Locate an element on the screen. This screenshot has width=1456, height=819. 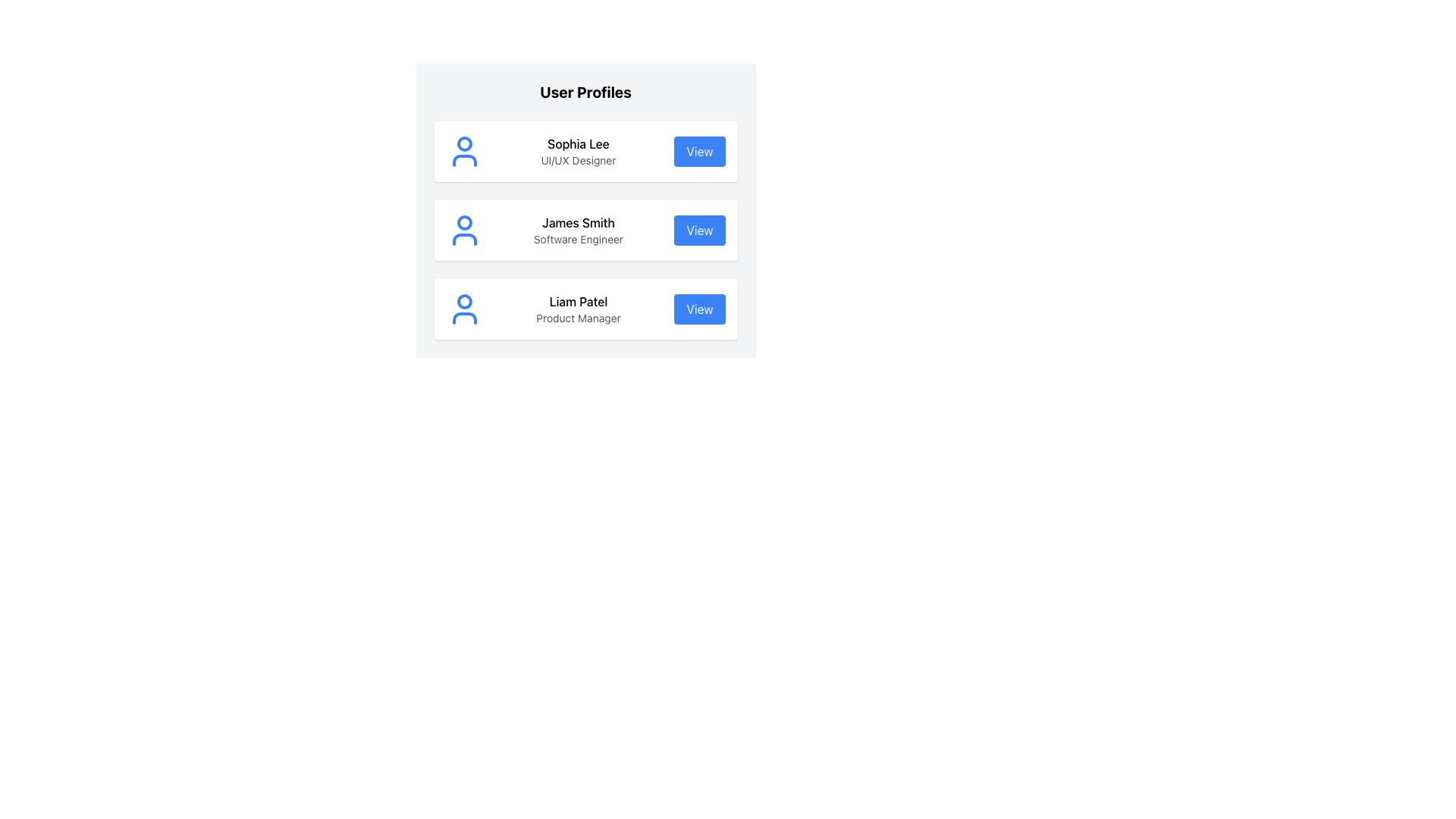
the text label displaying 'Product Manager', which is styled in gray and located directly beneath the name 'Liam Patel' in the third user profile card is located at coordinates (578, 318).